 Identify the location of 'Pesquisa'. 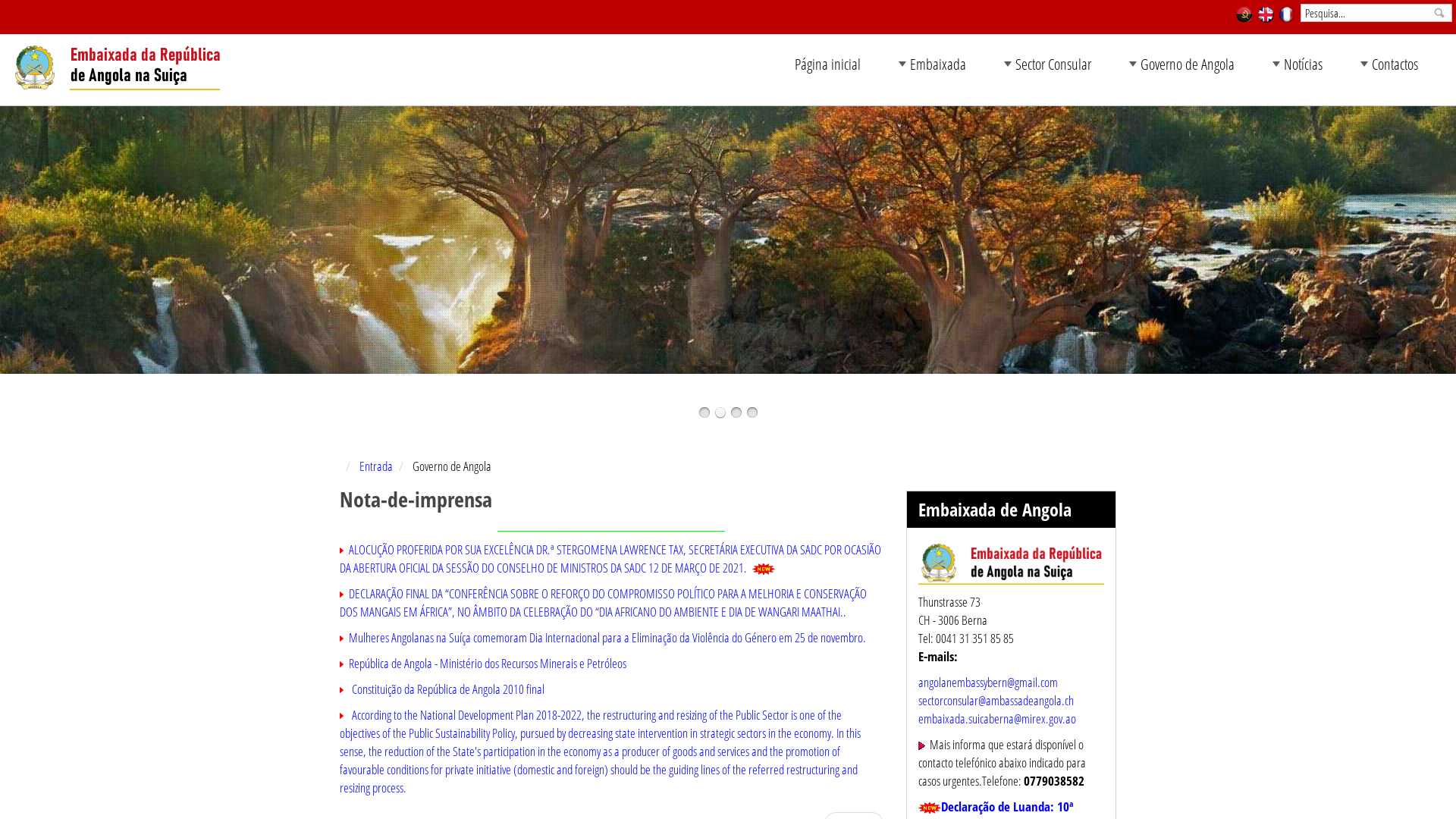
(1429, 12).